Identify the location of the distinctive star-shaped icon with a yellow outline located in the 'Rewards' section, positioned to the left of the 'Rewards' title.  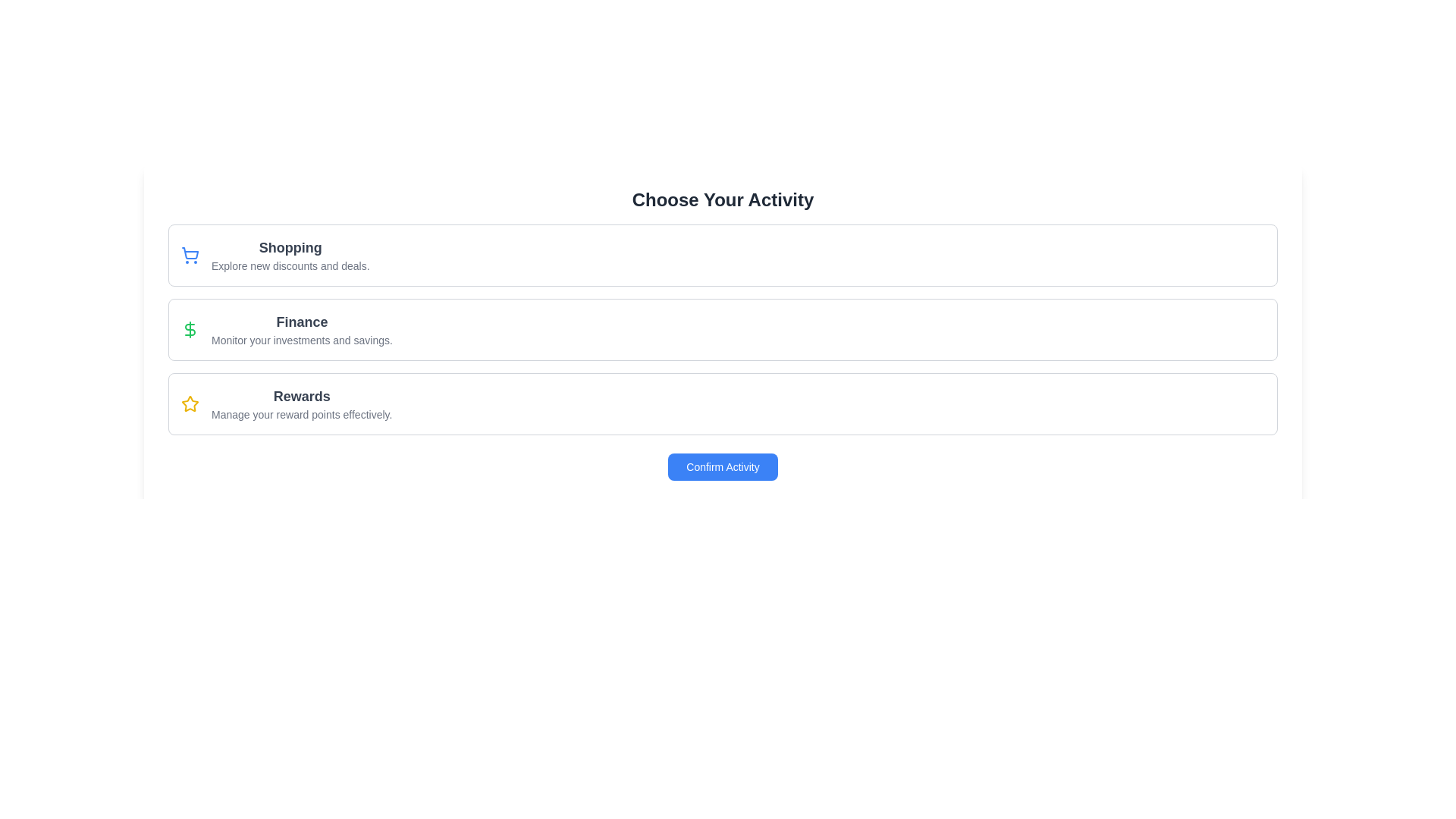
(189, 403).